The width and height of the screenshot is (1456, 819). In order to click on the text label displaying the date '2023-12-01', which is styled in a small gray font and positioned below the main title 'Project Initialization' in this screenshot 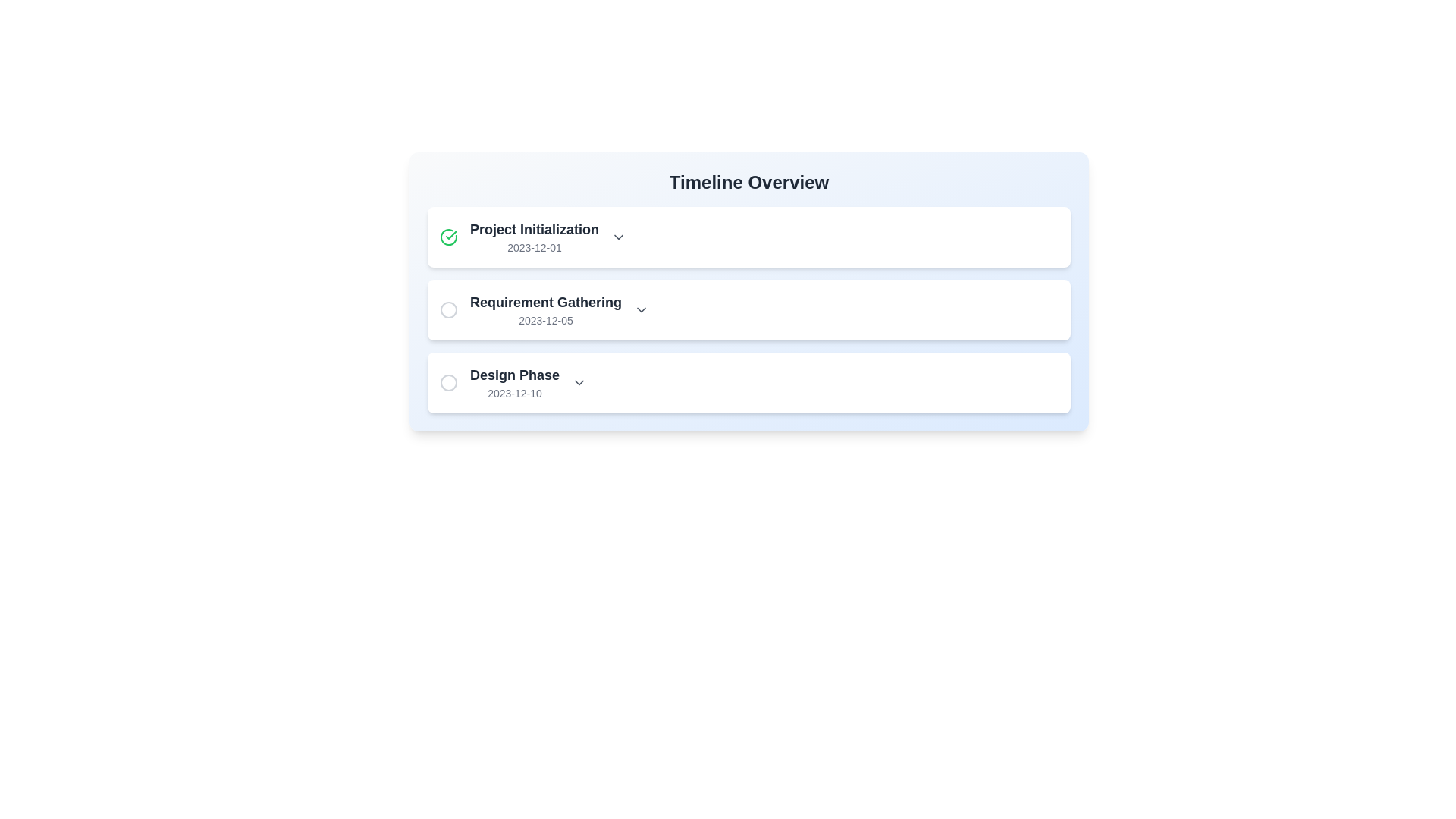, I will do `click(535, 247)`.